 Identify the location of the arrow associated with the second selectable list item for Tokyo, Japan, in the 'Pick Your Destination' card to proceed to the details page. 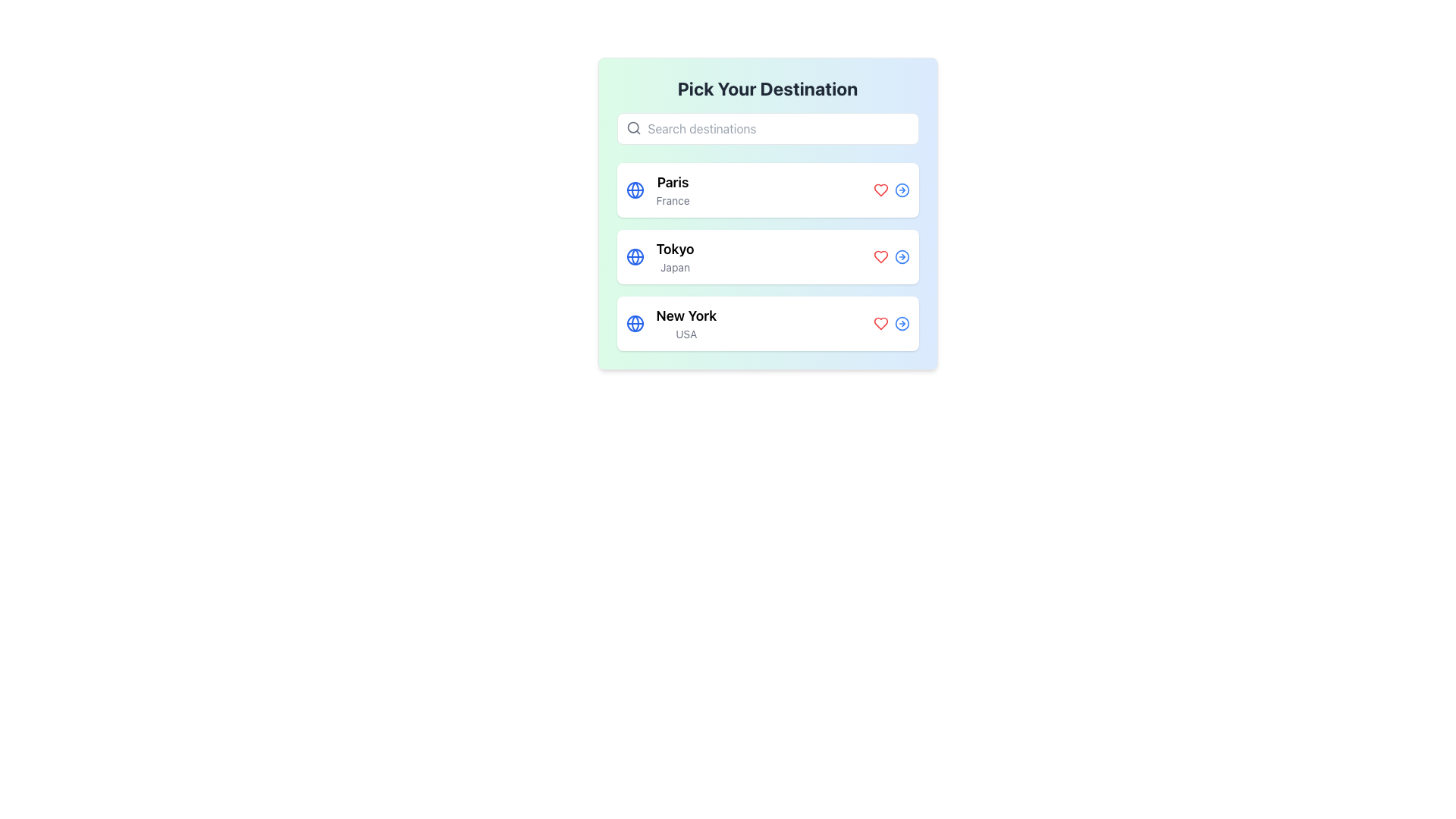
(767, 256).